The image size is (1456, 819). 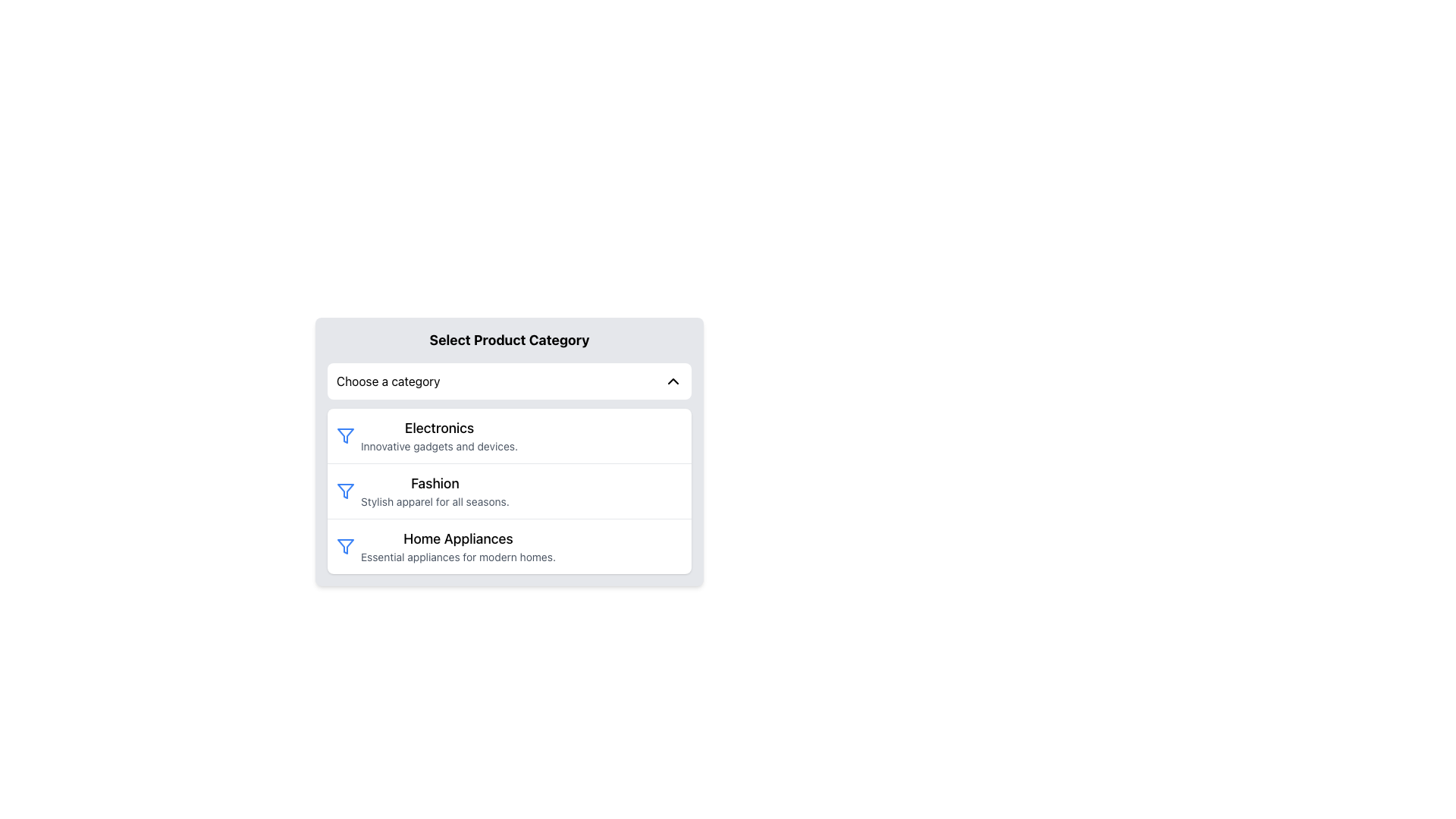 What do you see at coordinates (510, 546) in the screenshot?
I see `the list item labeled 'Home Appliances' which is the third item under 'Select Product Category'` at bounding box center [510, 546].